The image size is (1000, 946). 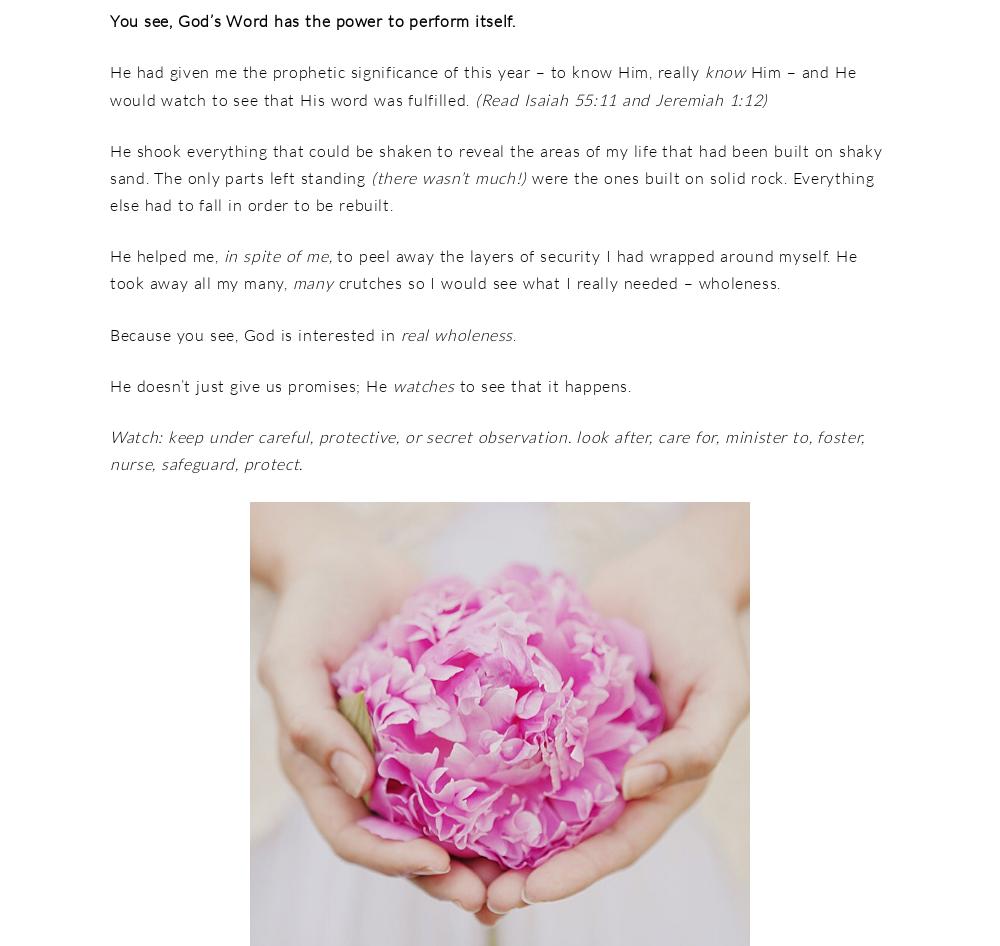 I want to click on '(Read Isaiah 55:11 and Jeremiah 1:12)', so click(x=617, y=98).